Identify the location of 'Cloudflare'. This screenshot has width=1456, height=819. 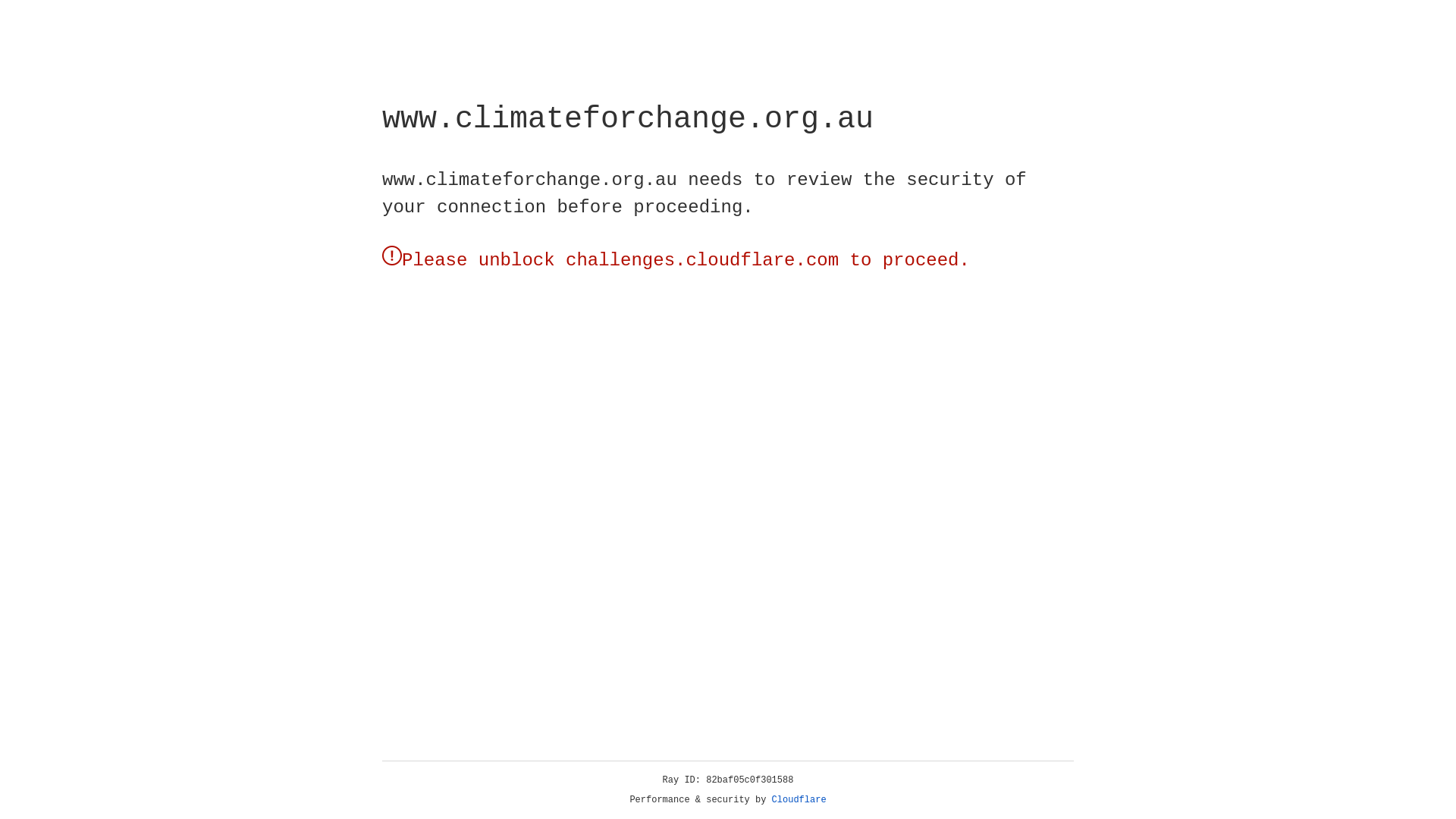
(799, 799).